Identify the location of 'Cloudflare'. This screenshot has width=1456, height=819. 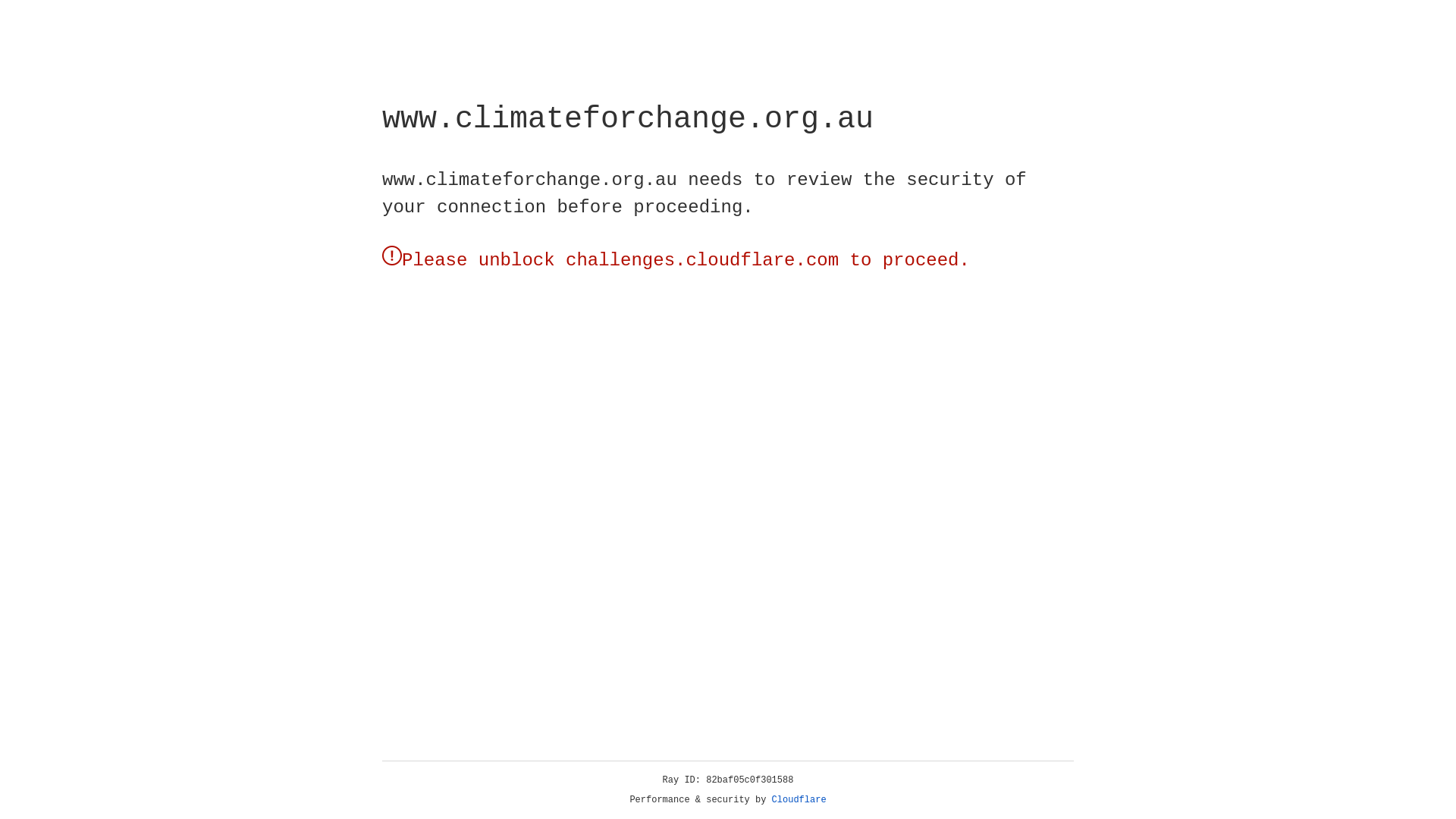
(799, 799).